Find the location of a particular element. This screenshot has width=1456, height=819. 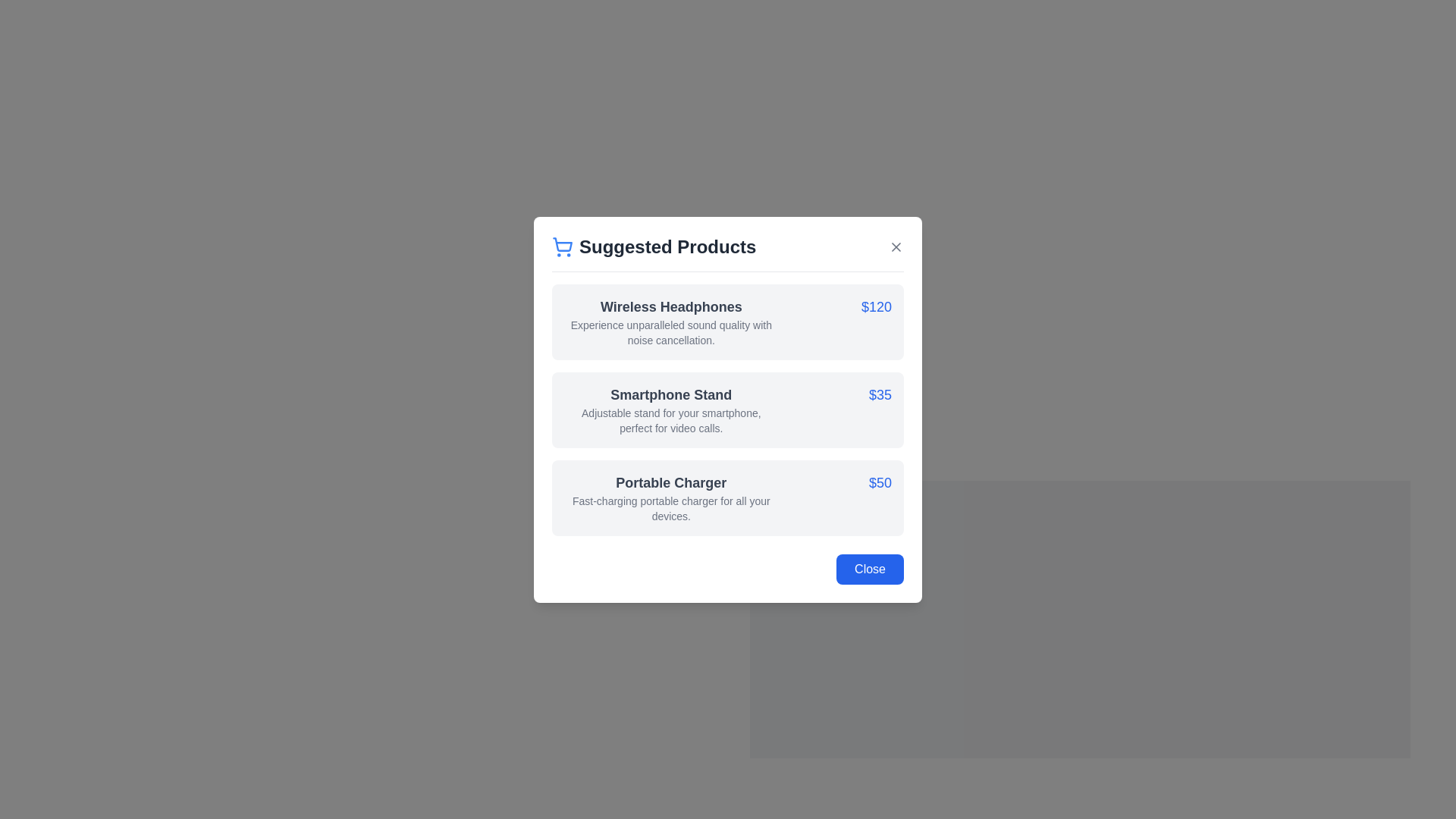

the text label element that describes the product as 'Adjustable stand for your smartphone, perfect for video calls.' located directly underneath the title 'Smartphone Stand' in the 'Suggested Products' dialog is located at coordinates (670, 420).